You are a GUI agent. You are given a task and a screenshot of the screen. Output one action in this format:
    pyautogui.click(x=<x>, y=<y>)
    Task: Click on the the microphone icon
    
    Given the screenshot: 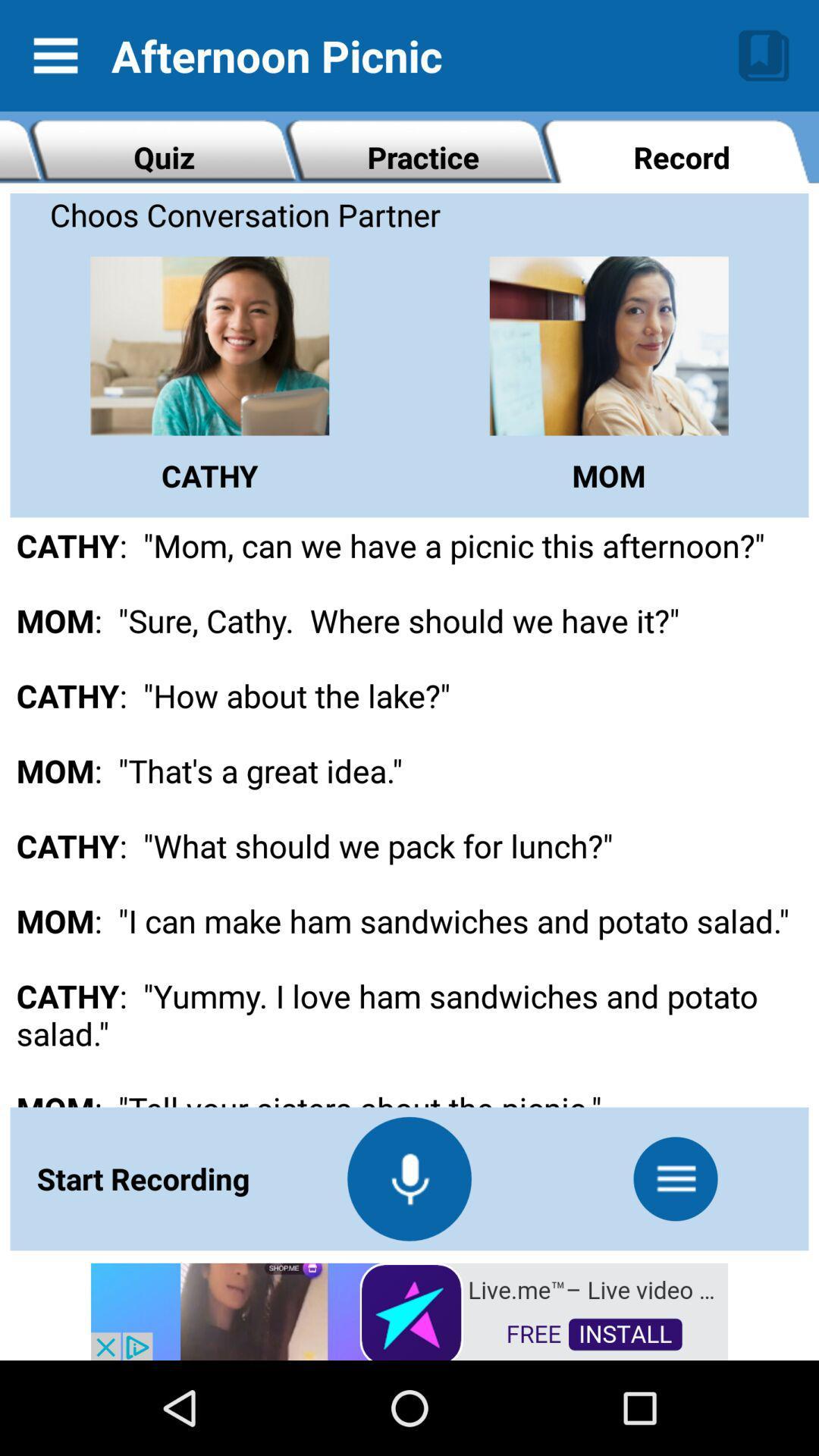 What is the action you would take?
    pyautogui.click(x=409, y=1178)
    